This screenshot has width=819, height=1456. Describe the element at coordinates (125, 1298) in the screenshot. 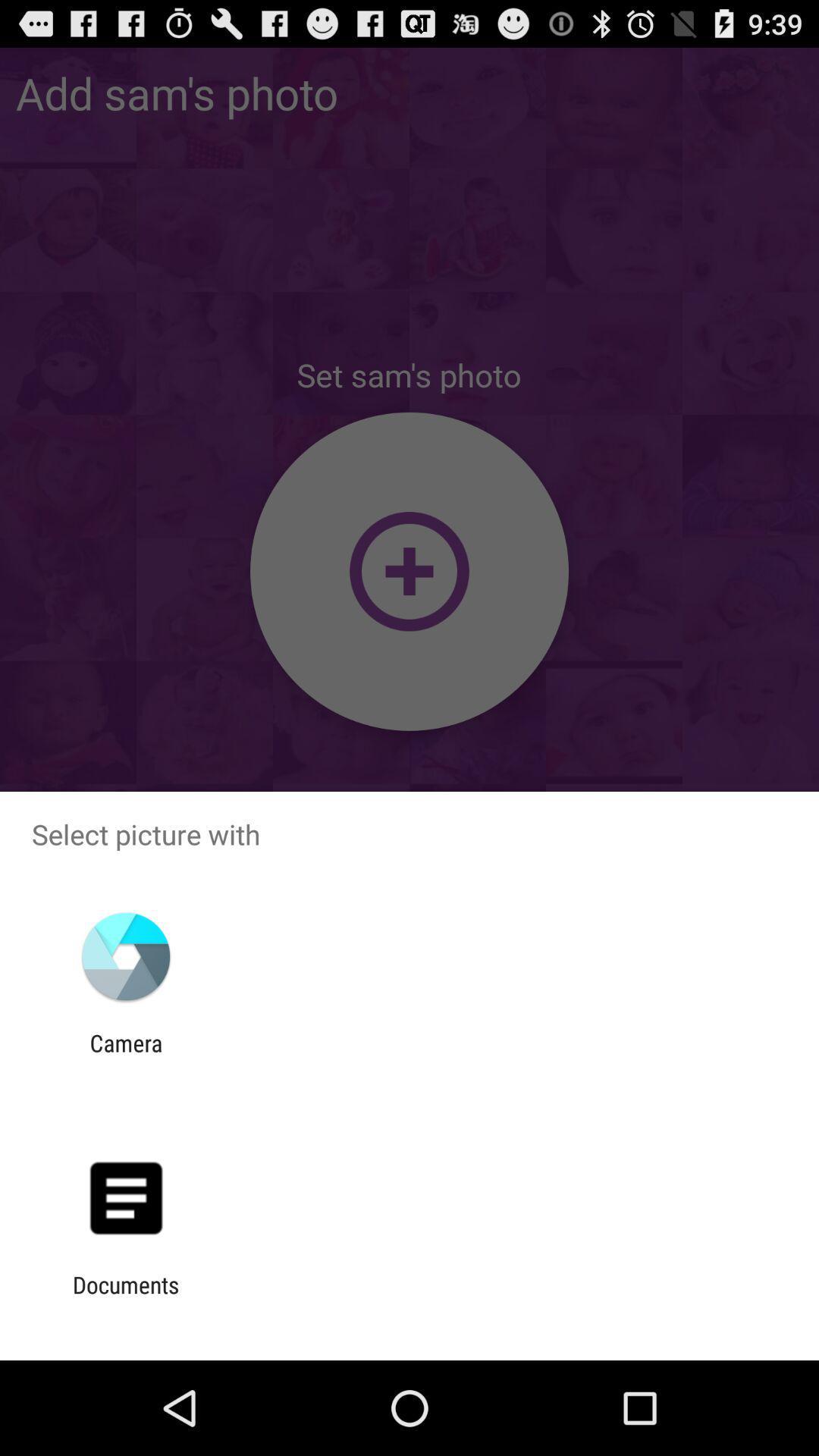

I see `the documents item` at that location.